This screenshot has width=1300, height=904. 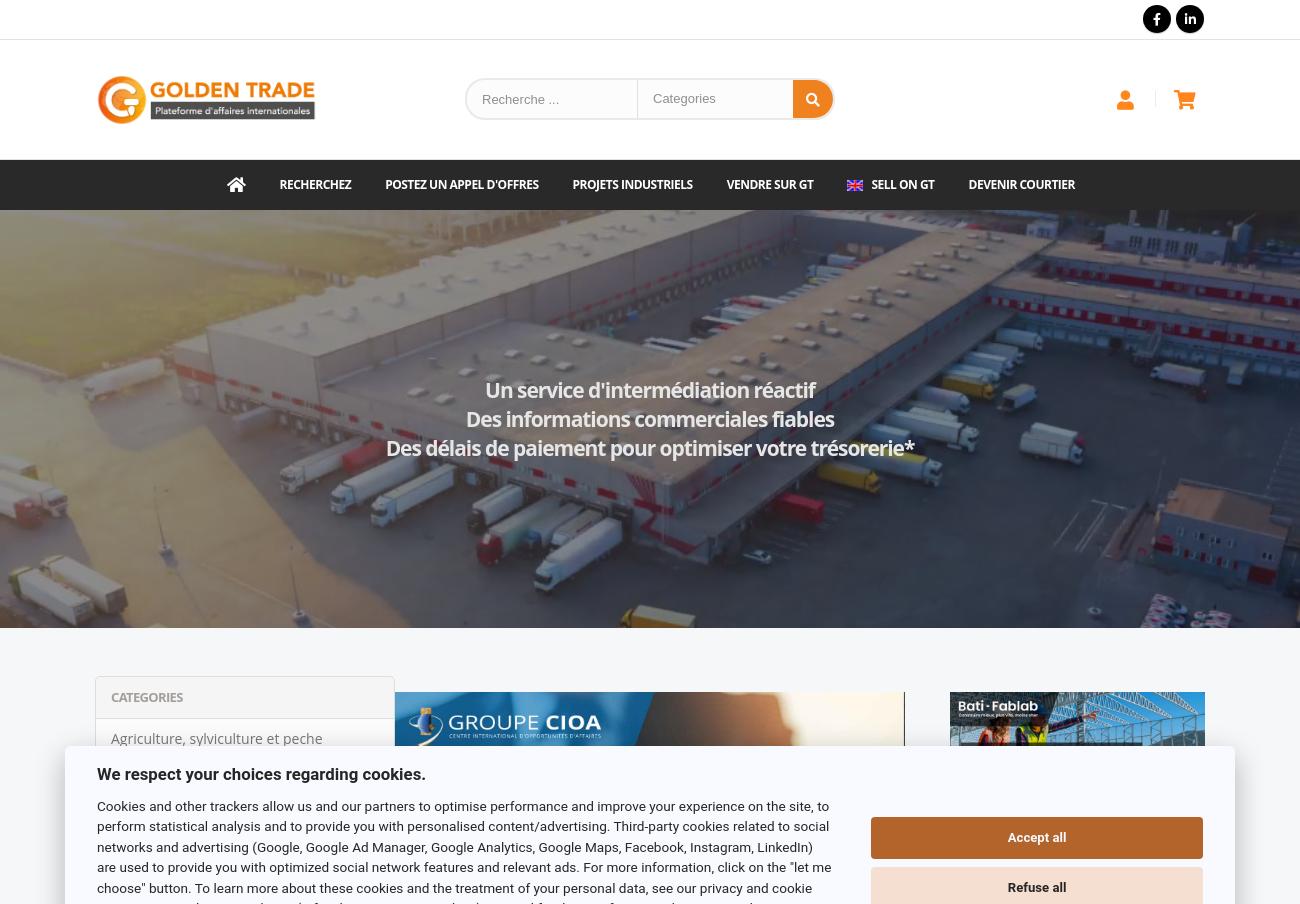 I want to click on 'Services de soutien industriel', so click(x=206, y=779).